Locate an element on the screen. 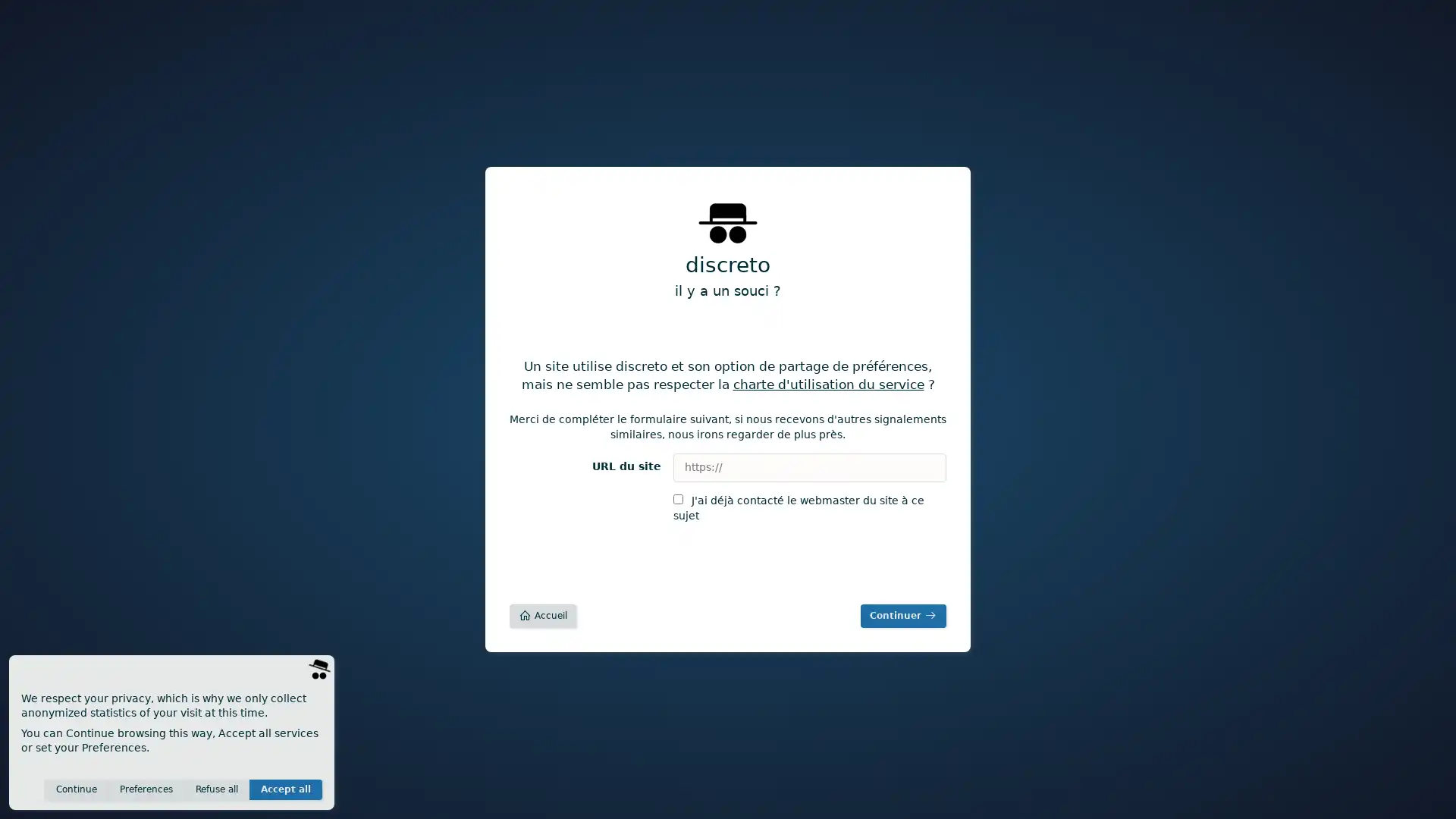 The width and height of the screenshot is (1456, 819). Preferences is located at coordinates (146, 789).